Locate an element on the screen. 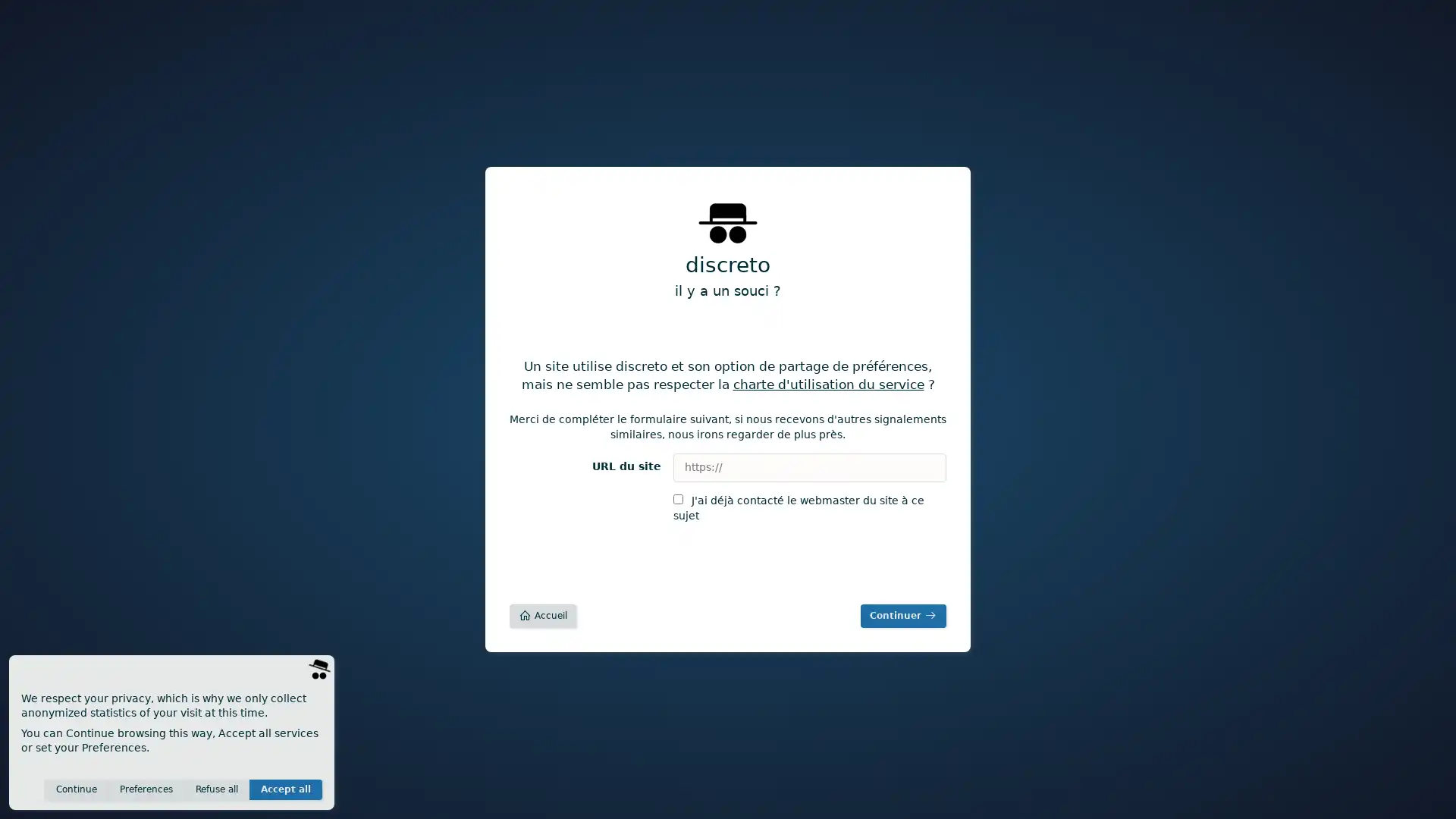 The width and height of the screenshot is (1456, 819). Preferences is located at coordinates (146, 789).